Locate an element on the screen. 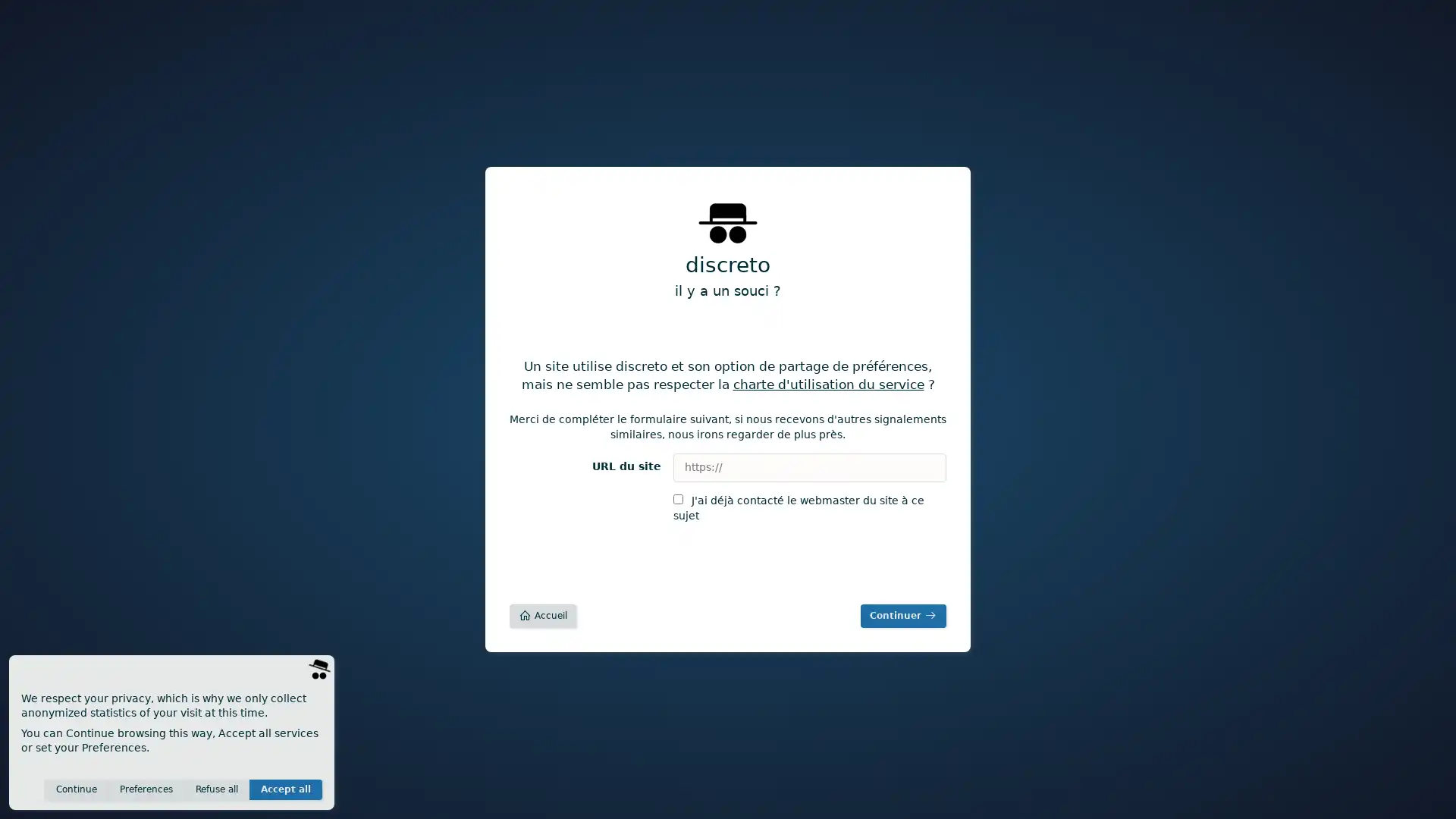 The width and height of the screenshot is (1456, 819). Preferences is located at coordinates (146, 789).